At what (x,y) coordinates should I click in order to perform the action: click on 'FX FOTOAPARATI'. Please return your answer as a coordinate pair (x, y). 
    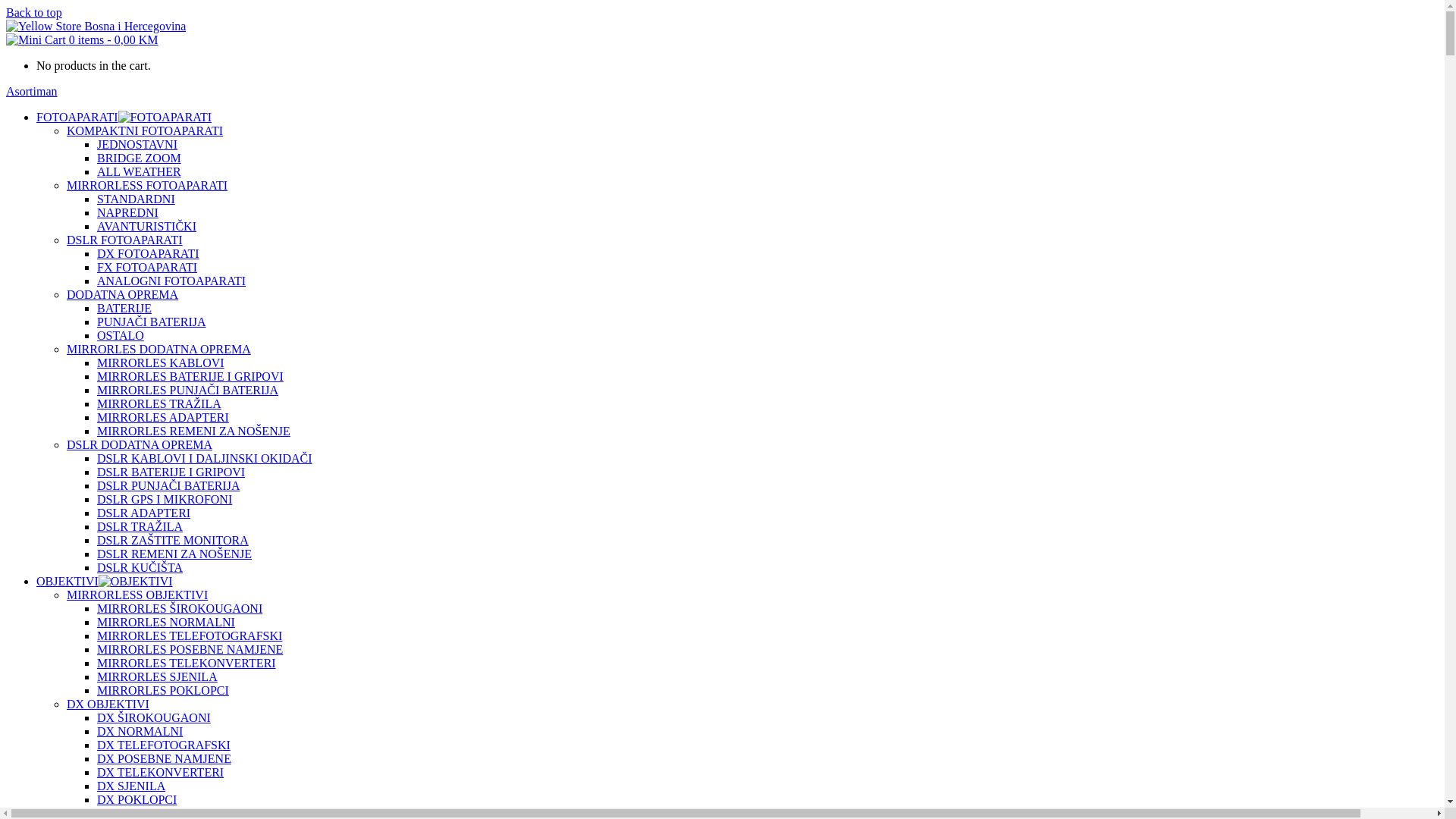
    Looking at the image, I should click on (146, 266).